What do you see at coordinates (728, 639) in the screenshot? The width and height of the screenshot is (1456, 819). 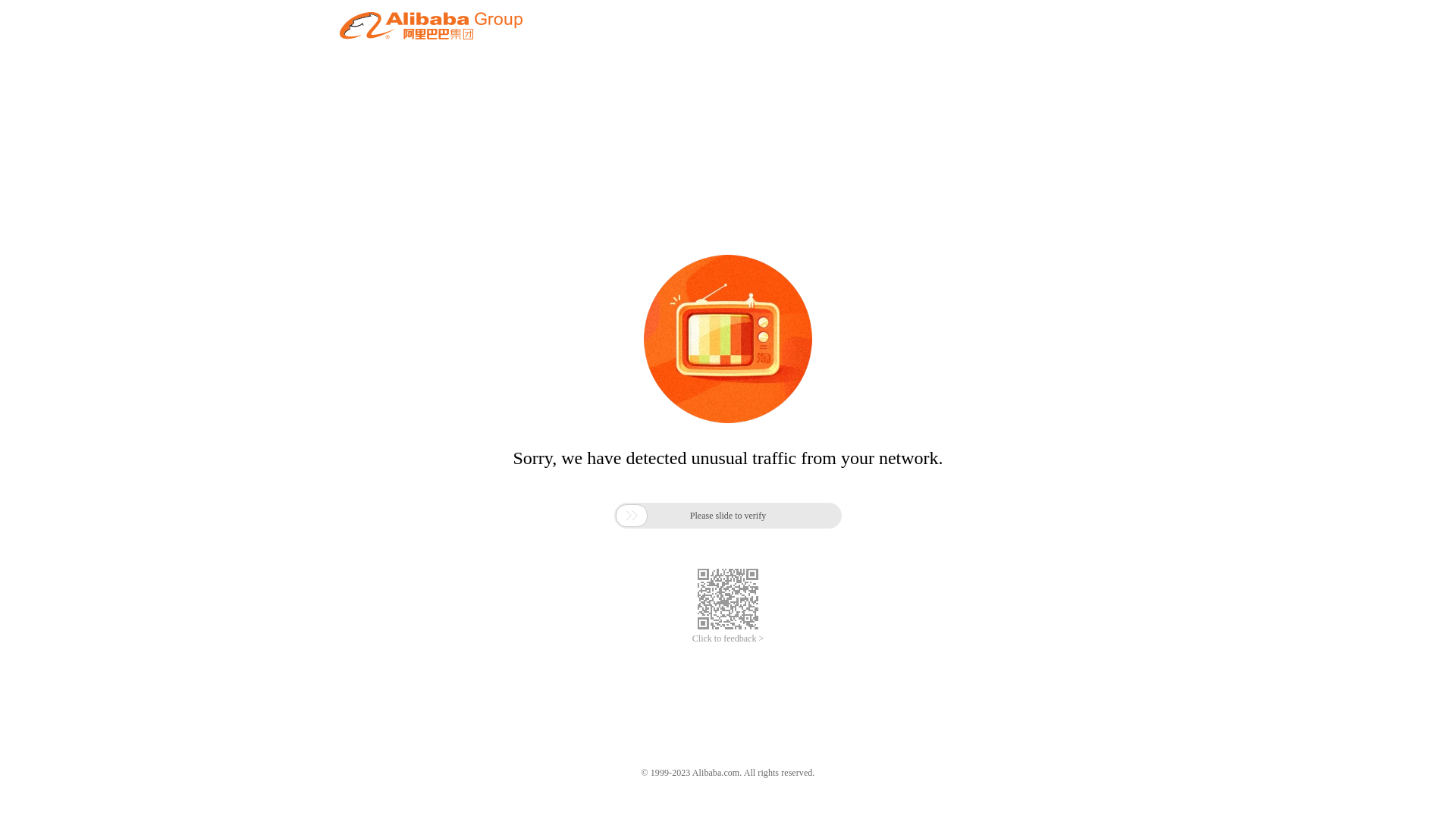 I see `'Click to feedback >'` at bounding box center [728, 639].